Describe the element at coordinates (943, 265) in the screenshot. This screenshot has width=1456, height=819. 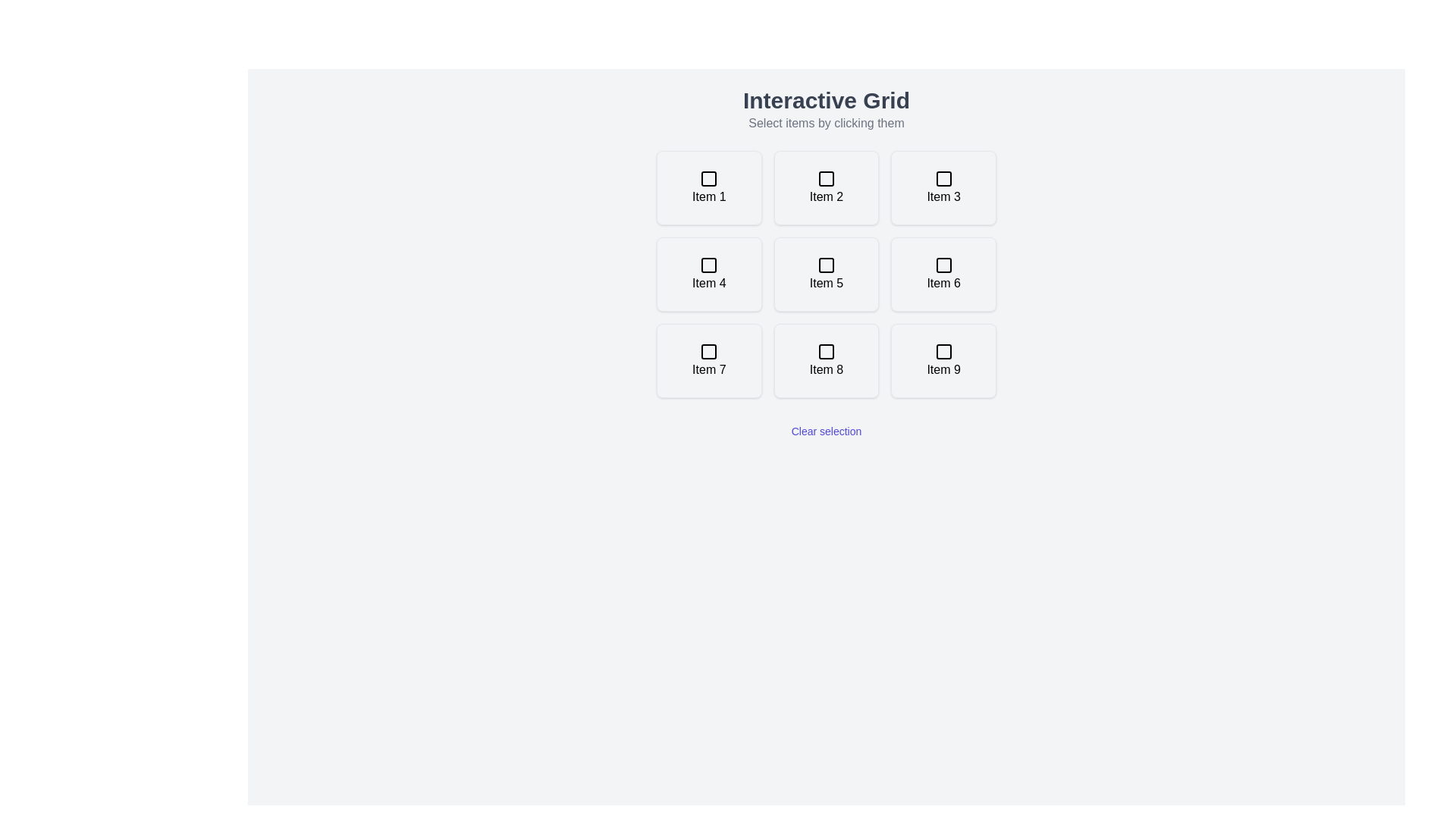
I see `the selectable icon located in the third row of the three-by-three interactive grid, specifically in the cell labeled 'Item 6'` at that location.